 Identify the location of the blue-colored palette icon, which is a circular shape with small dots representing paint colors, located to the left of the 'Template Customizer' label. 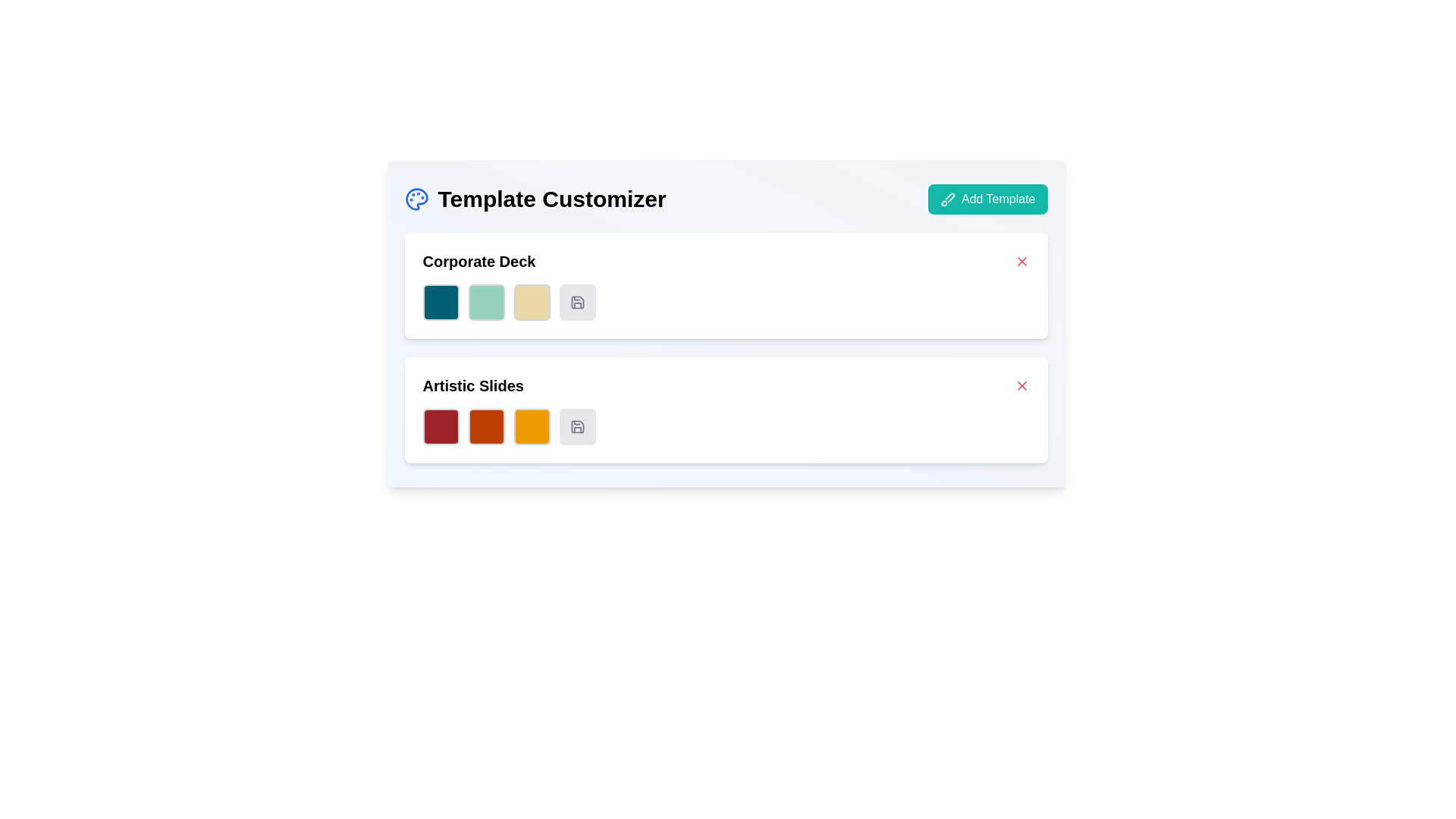
(416, 198).